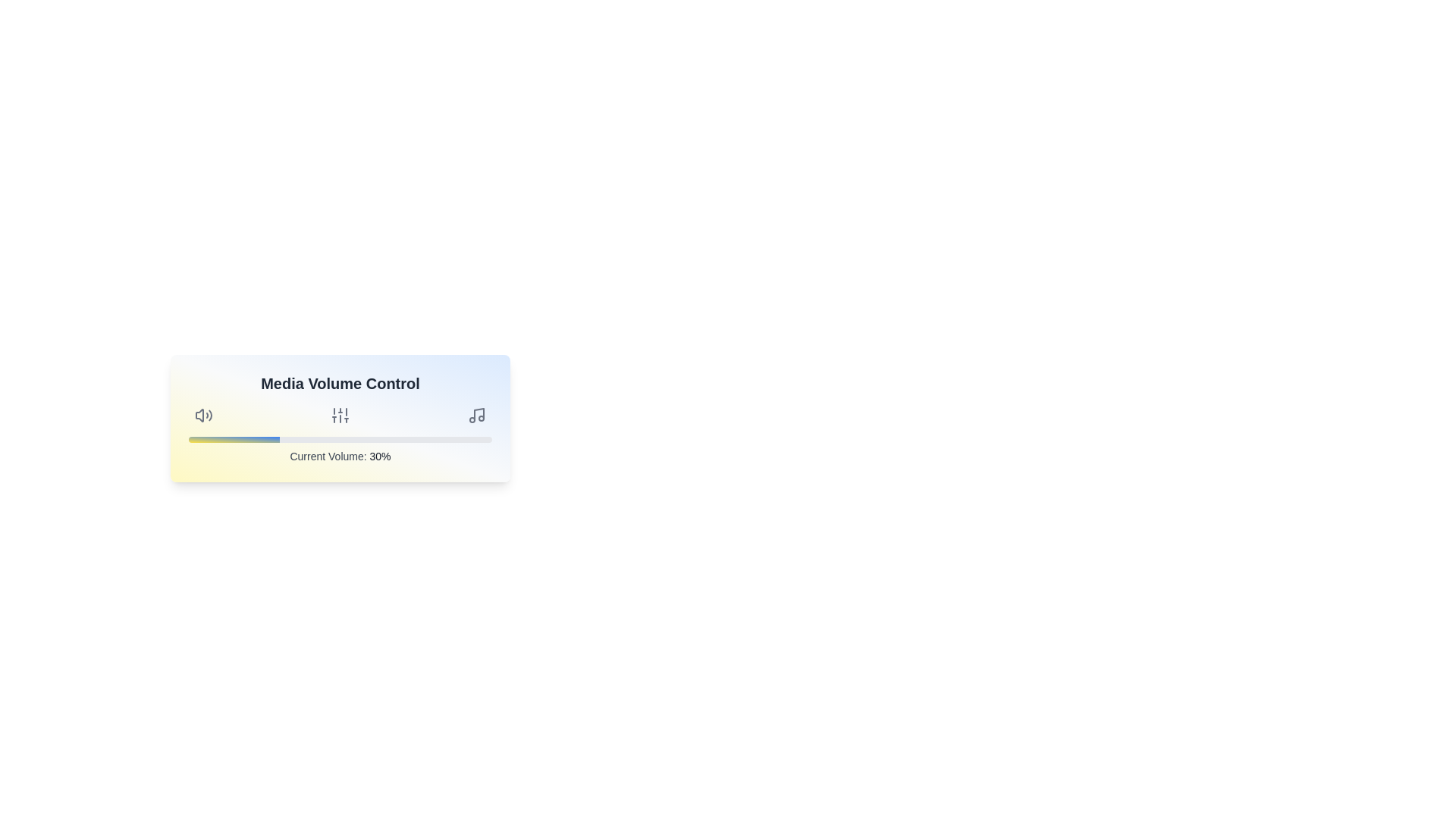 The image size is (1456, 819). What do you see at coordinates (199, 415) in the screenshot?
I see `the volume control icon located on the far left of a horizontal row of three icons in the upper section of the interface` at bounding box center [199, 415].